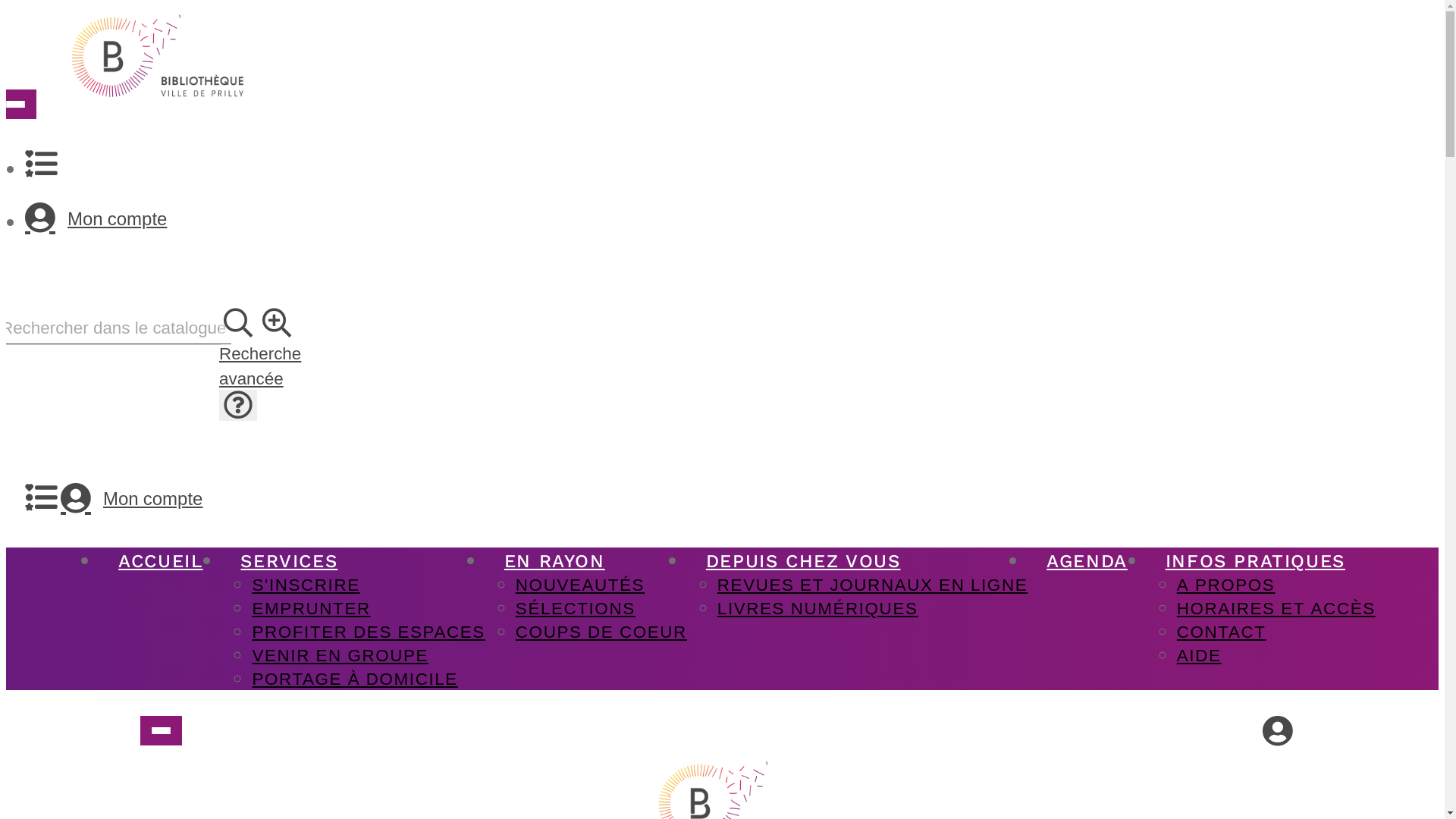 This screenshot has height=819, width=1456. I want to click on 'Lancer la recherche', so click(237, 322).